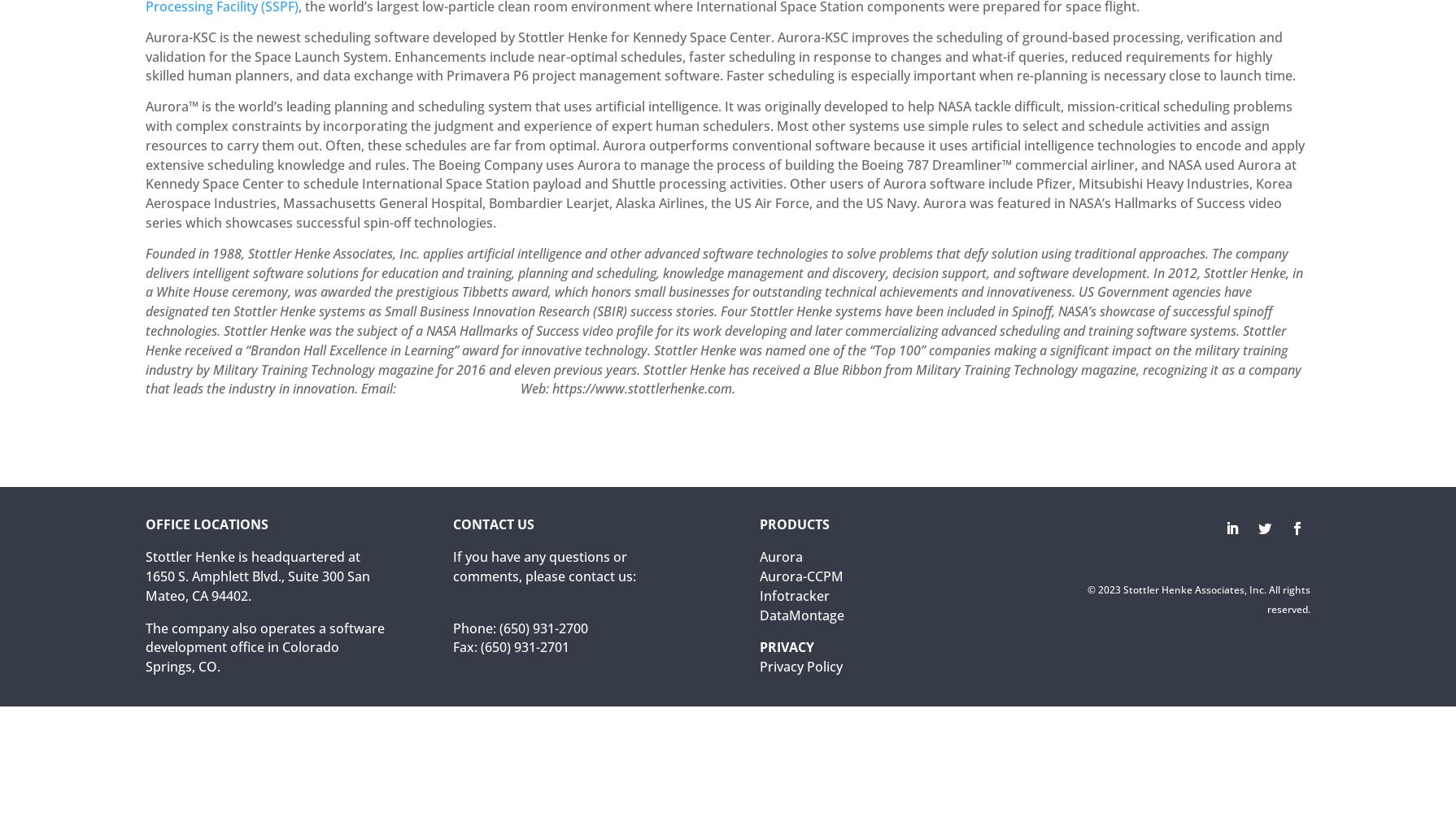  What do you see at coordinates (624, 388) in the screenshot?
I see `'Web: https://www.stottlerhenke.com.'` at bounding box center [624, 388].